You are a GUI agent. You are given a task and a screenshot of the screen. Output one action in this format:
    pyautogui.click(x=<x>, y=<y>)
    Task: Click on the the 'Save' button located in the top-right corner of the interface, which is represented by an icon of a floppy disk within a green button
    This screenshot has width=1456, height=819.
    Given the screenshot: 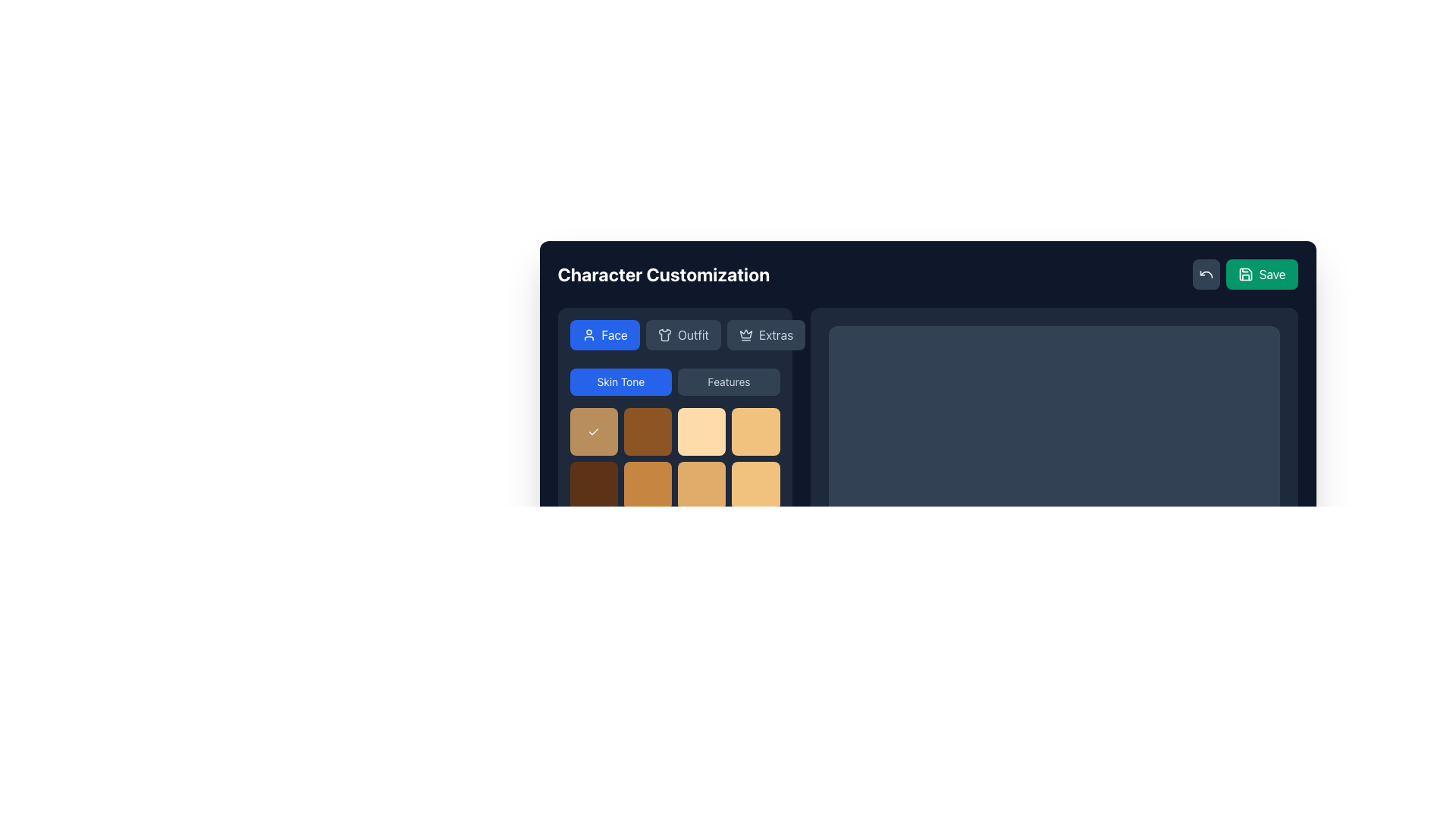 What is the action you would take?
    pyautogui.click(x=1245, y=275)
    